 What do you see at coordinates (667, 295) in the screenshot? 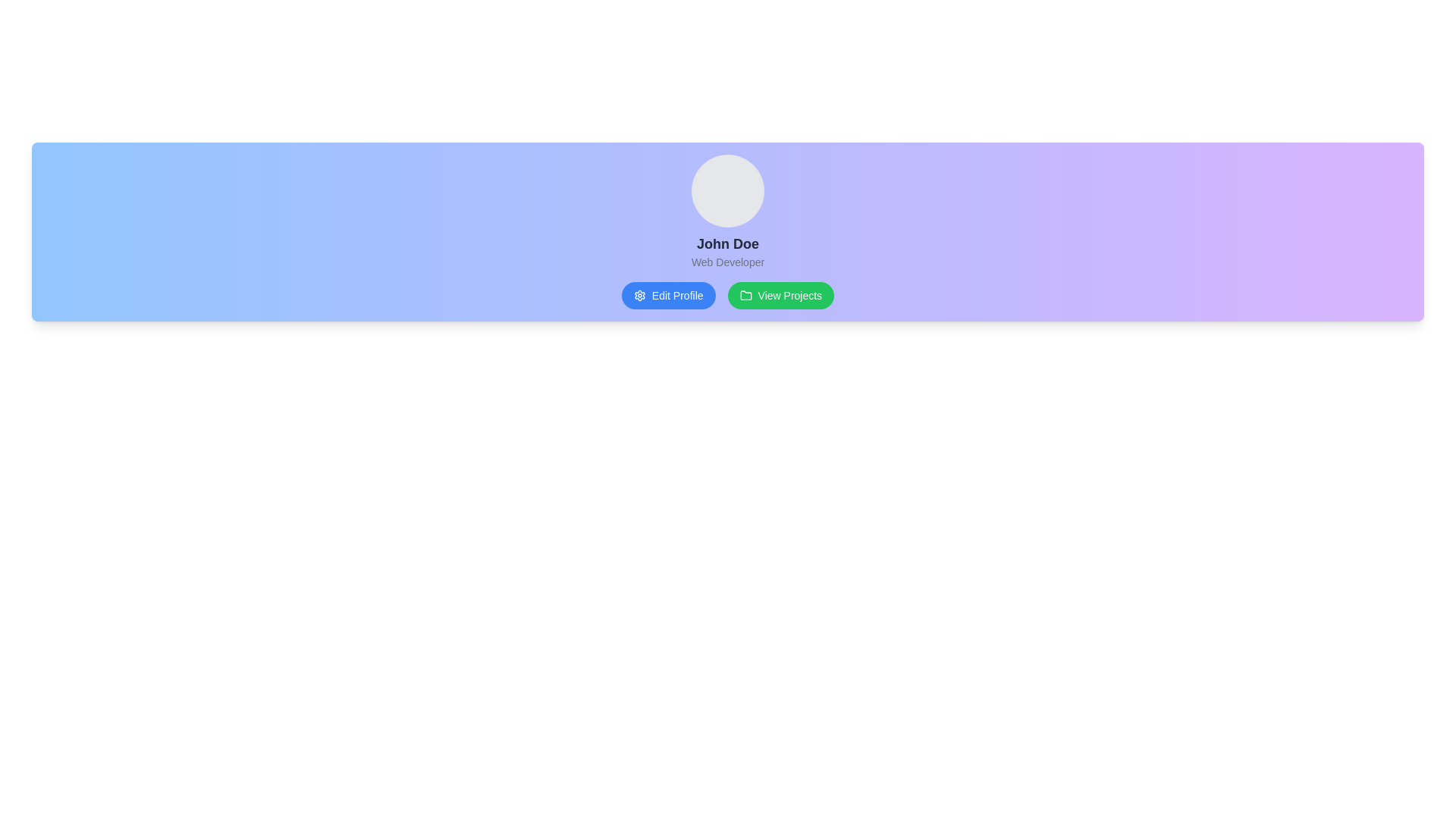
I see `the 'Edit Profile' button, which is the first button in a horizontal group located below the profile image and name, to observe any hover effect` at bounding box center [667, 295].